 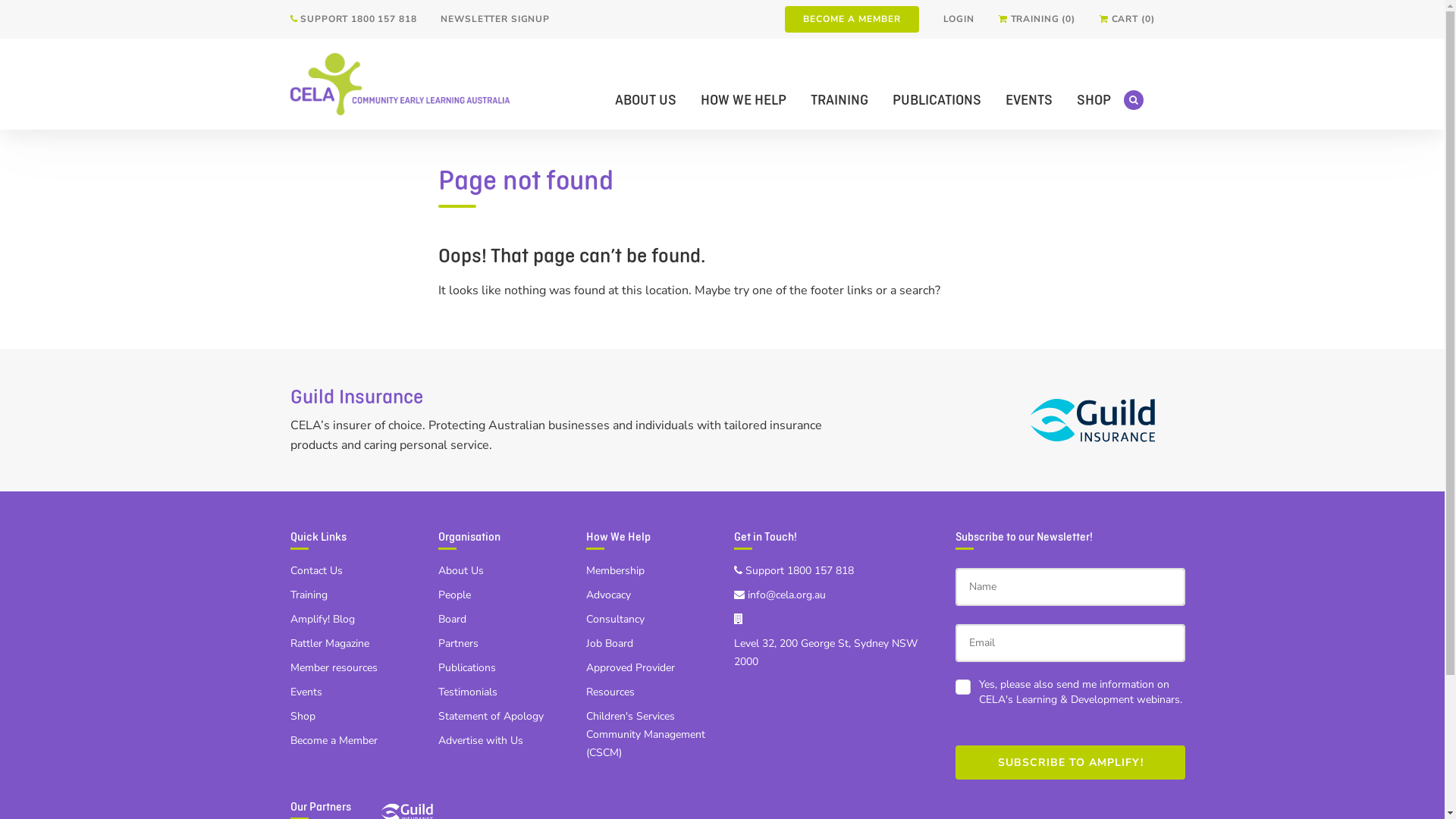 What do you see at coordinates (460, 570) in the screenshot?
I see `'About Us'` at bounding box center [460, 570].